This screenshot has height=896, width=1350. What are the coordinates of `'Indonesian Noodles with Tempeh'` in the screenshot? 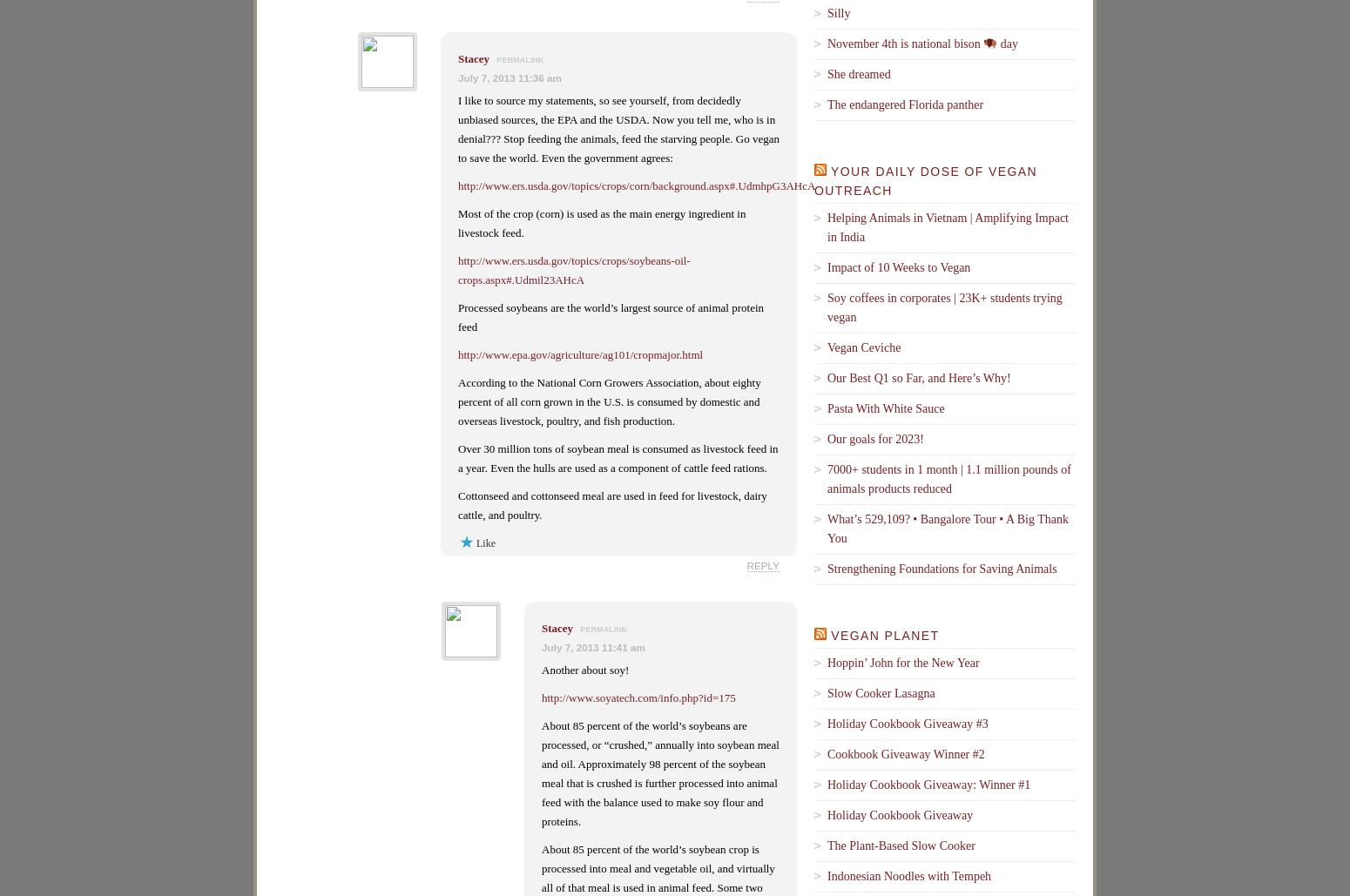 It's located at (908, 874).